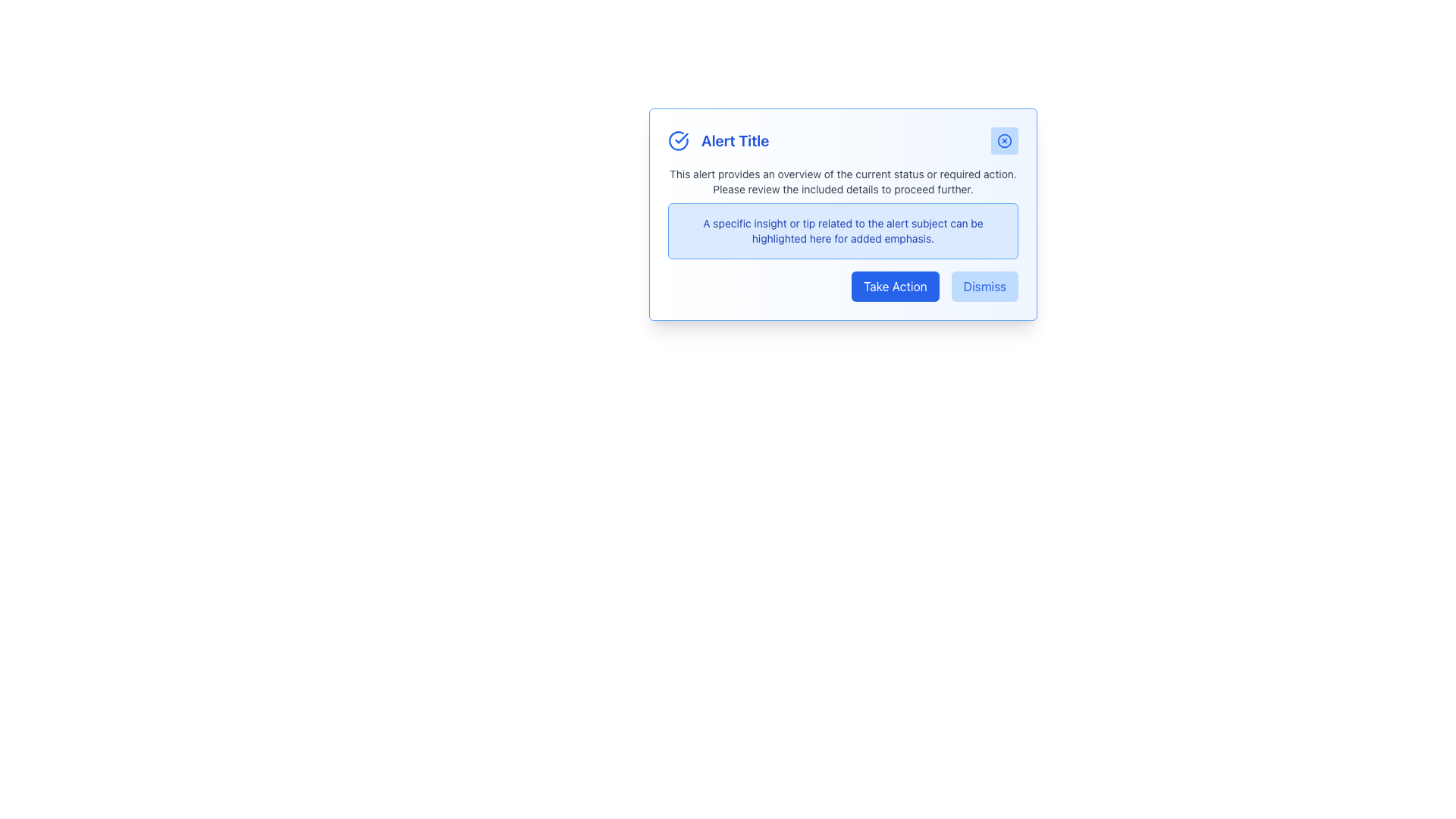 This screenshot has width=1456, height=819. What do you see at coordinates (735, 140) in the screenshot?
I see `the text label that serves as the heading for the alert panel, positioned to the right of a checkmark icon in the top-left corner of the dialog box` at bounding box center [735, 140].